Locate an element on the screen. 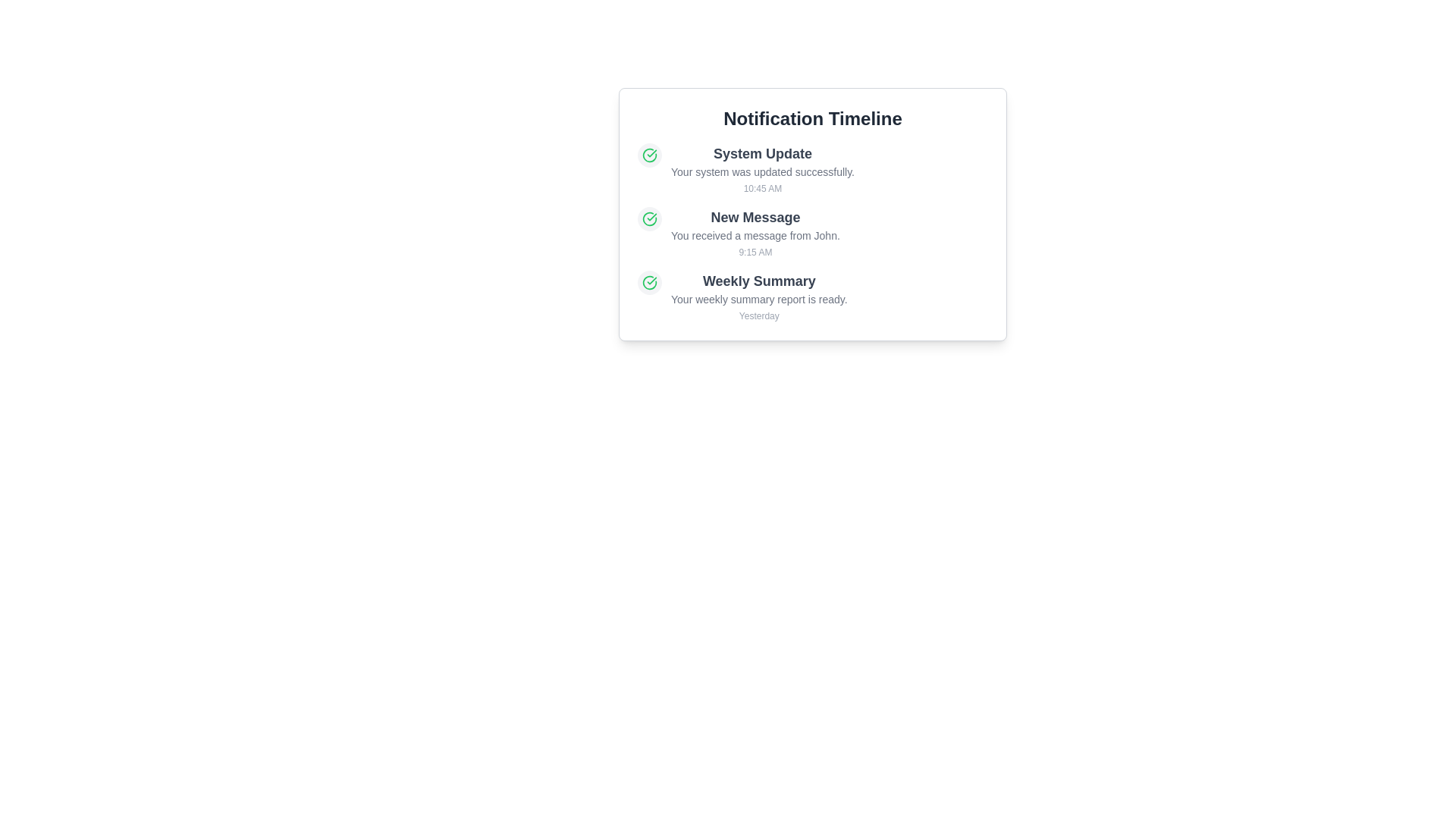 This screenshot has width=1456, height=819. the Status indicator icon, which is a circular icon with a gray background and a green checkmark overlay, located at the top-left of the 'New Message' notification block is located at coordinates (650, 219).